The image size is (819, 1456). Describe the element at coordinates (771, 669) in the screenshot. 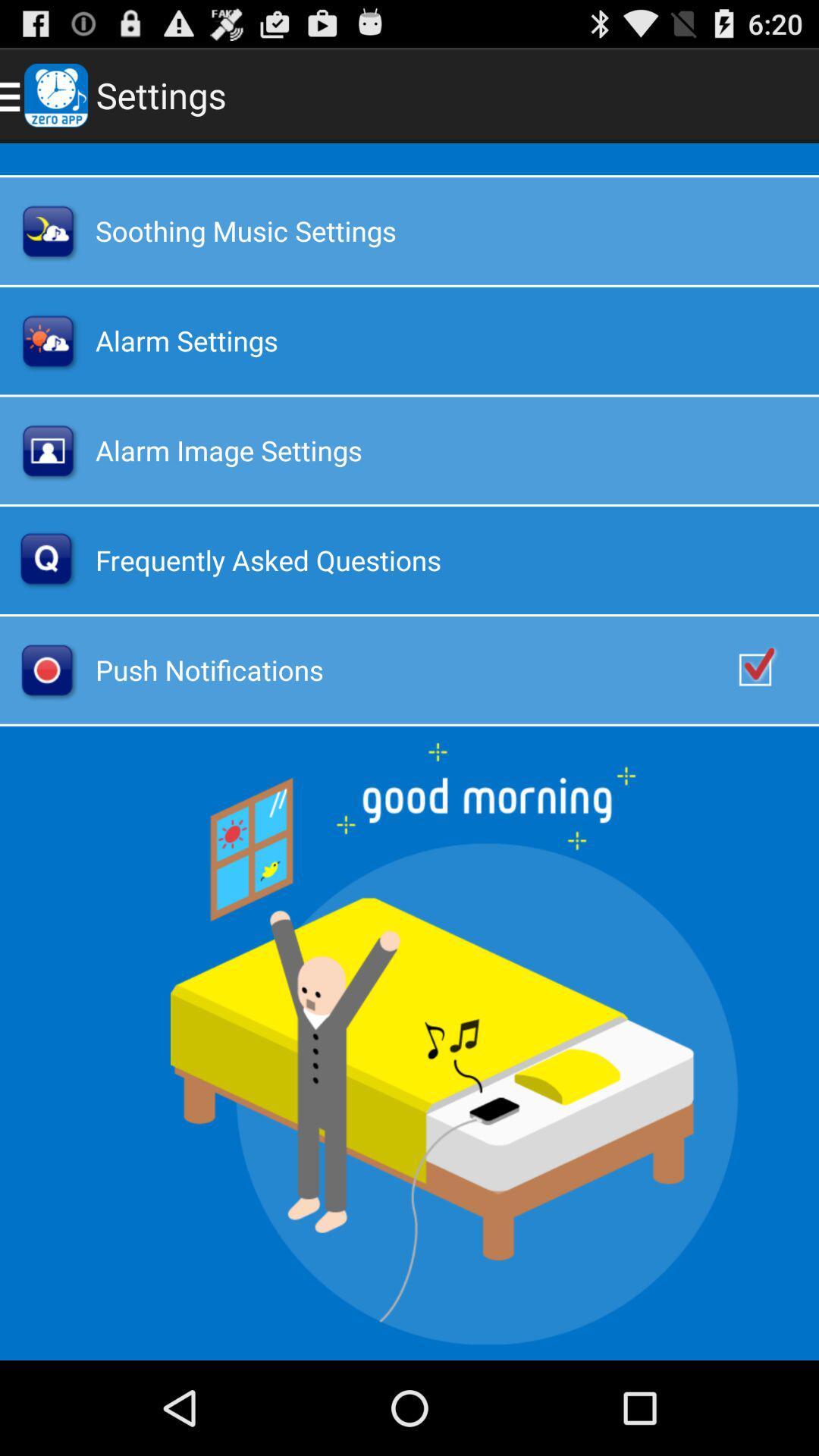

I see `accept` at that location.